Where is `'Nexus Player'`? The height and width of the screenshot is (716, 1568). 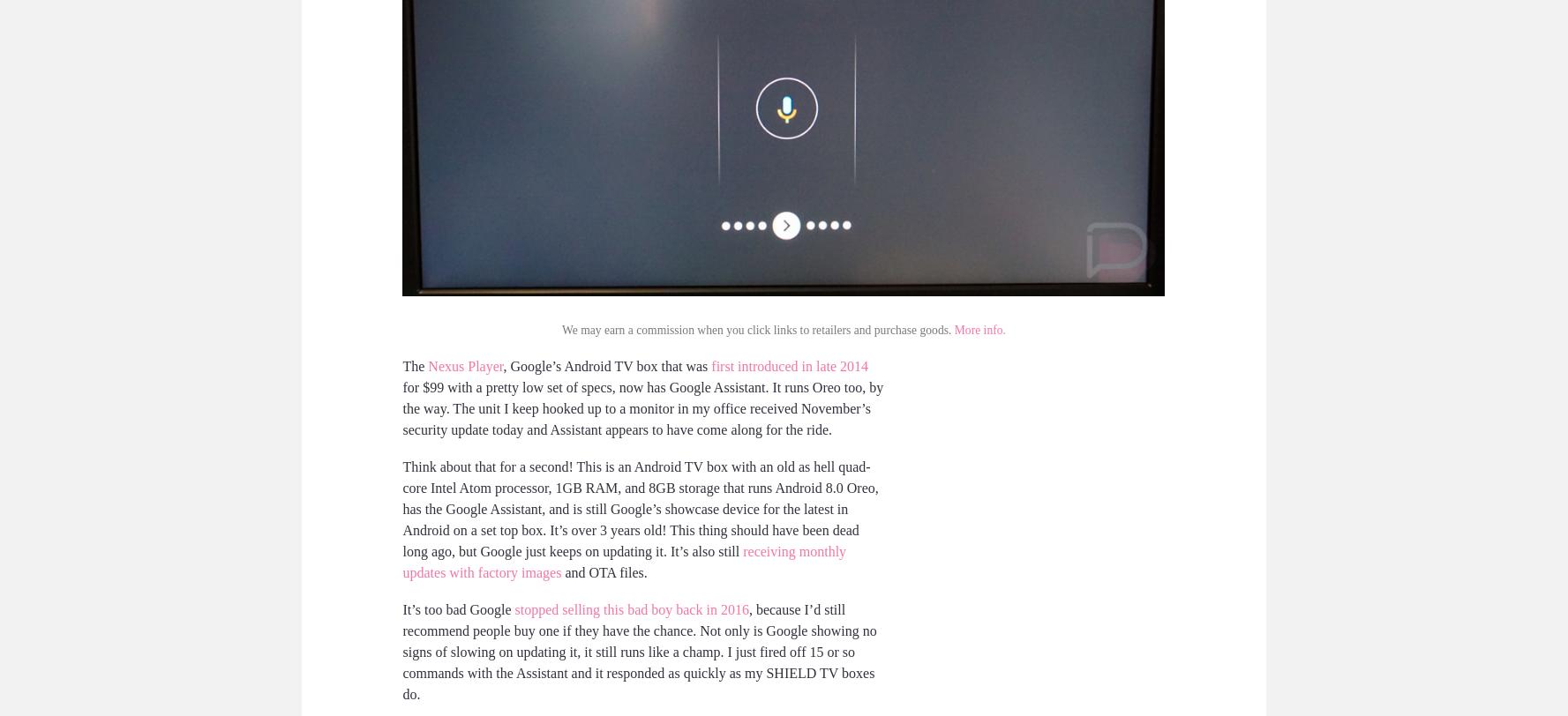
'Nexus Player' is located at coordinates (427, 365).